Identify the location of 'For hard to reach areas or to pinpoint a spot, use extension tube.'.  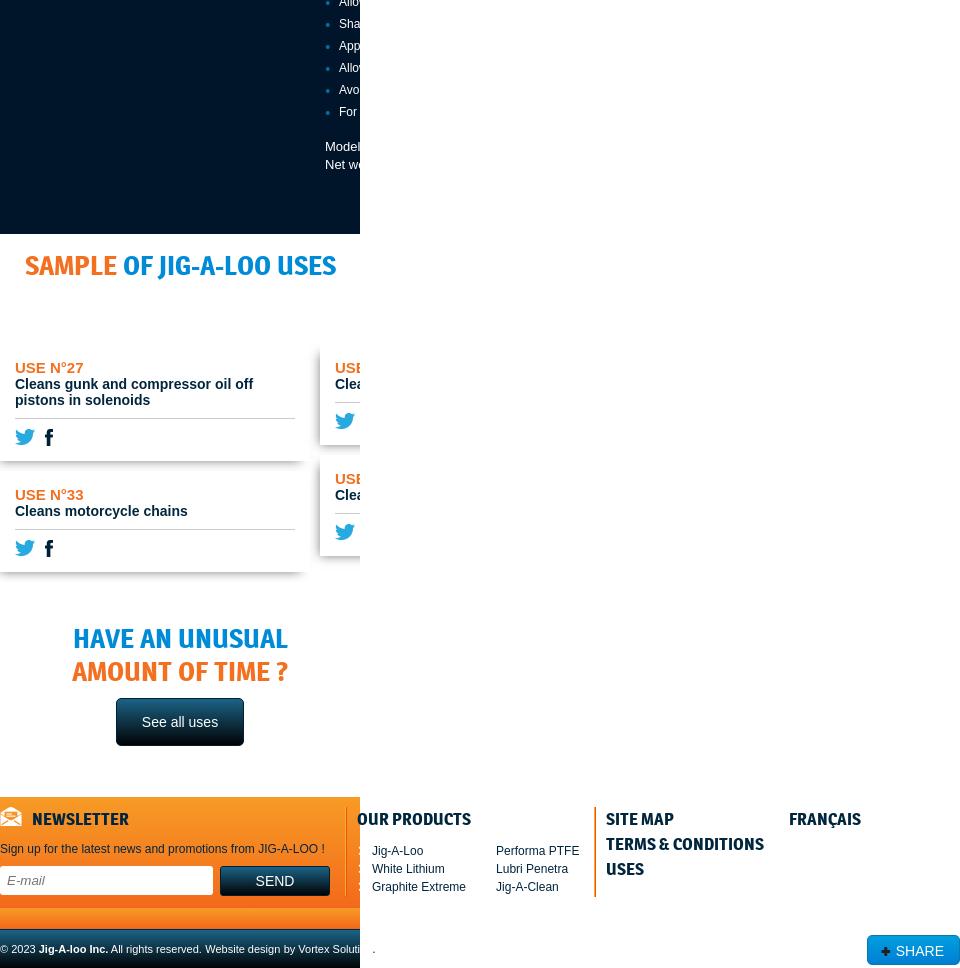
(510, 111).